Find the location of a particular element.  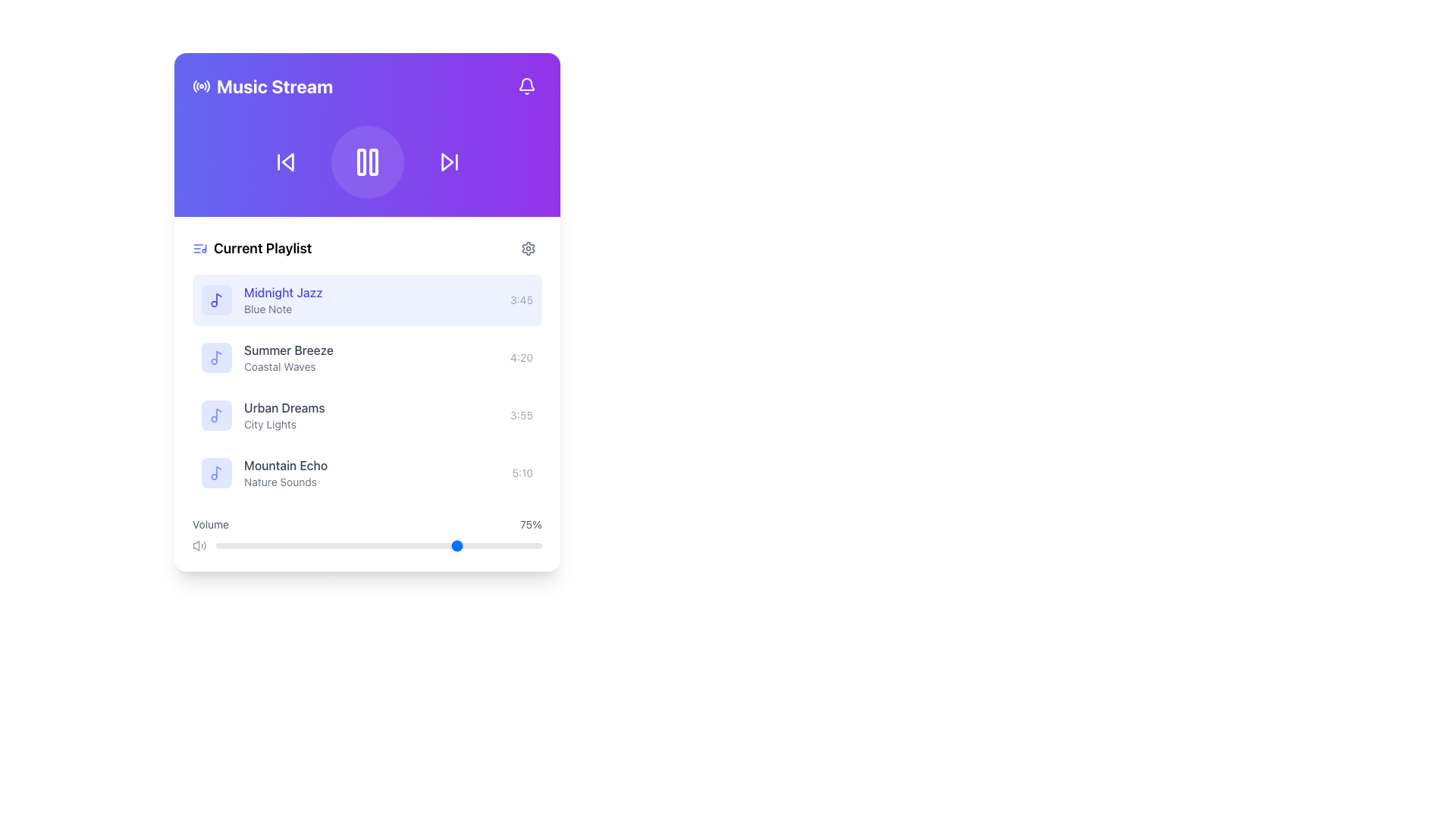

the text label displaying '4:20', which is styled minimally in gray and located on the right side of a playlist item is located at coordinates (522, 357).